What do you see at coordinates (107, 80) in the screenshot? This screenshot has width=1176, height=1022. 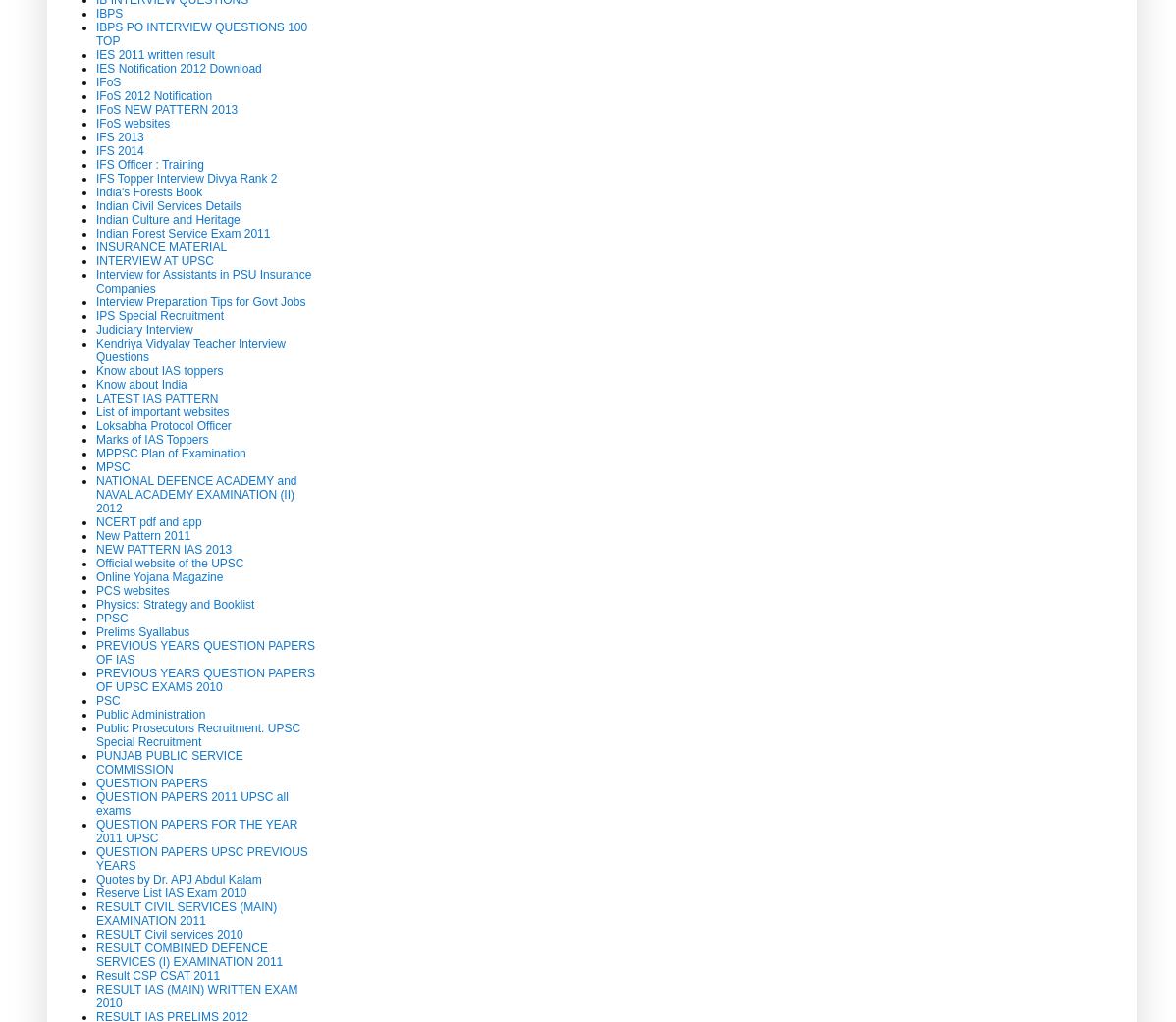 I see `'IFoS'` at bounding box center [107, 80].